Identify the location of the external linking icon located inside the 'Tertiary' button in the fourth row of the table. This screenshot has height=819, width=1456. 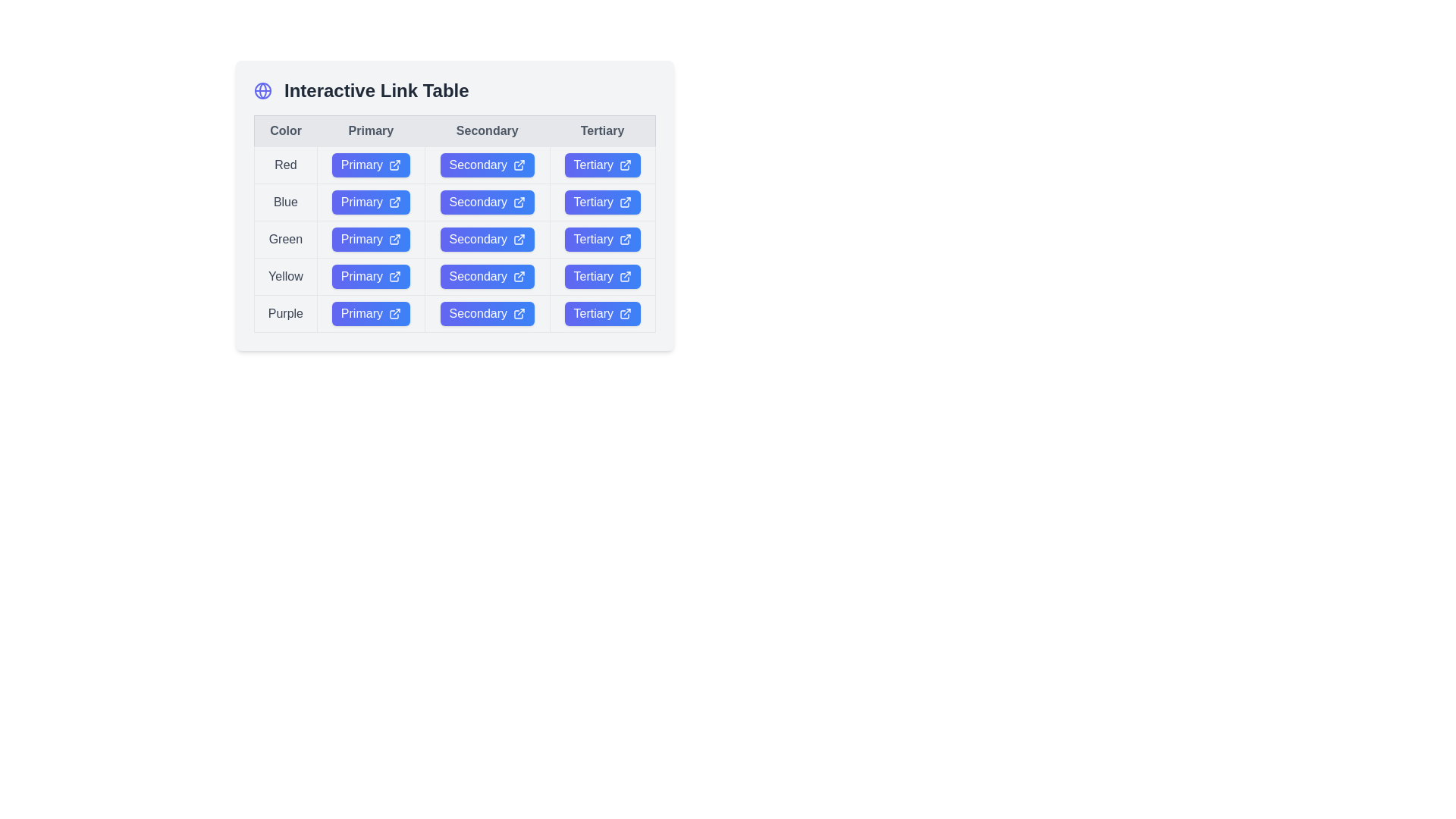
(626, 239).